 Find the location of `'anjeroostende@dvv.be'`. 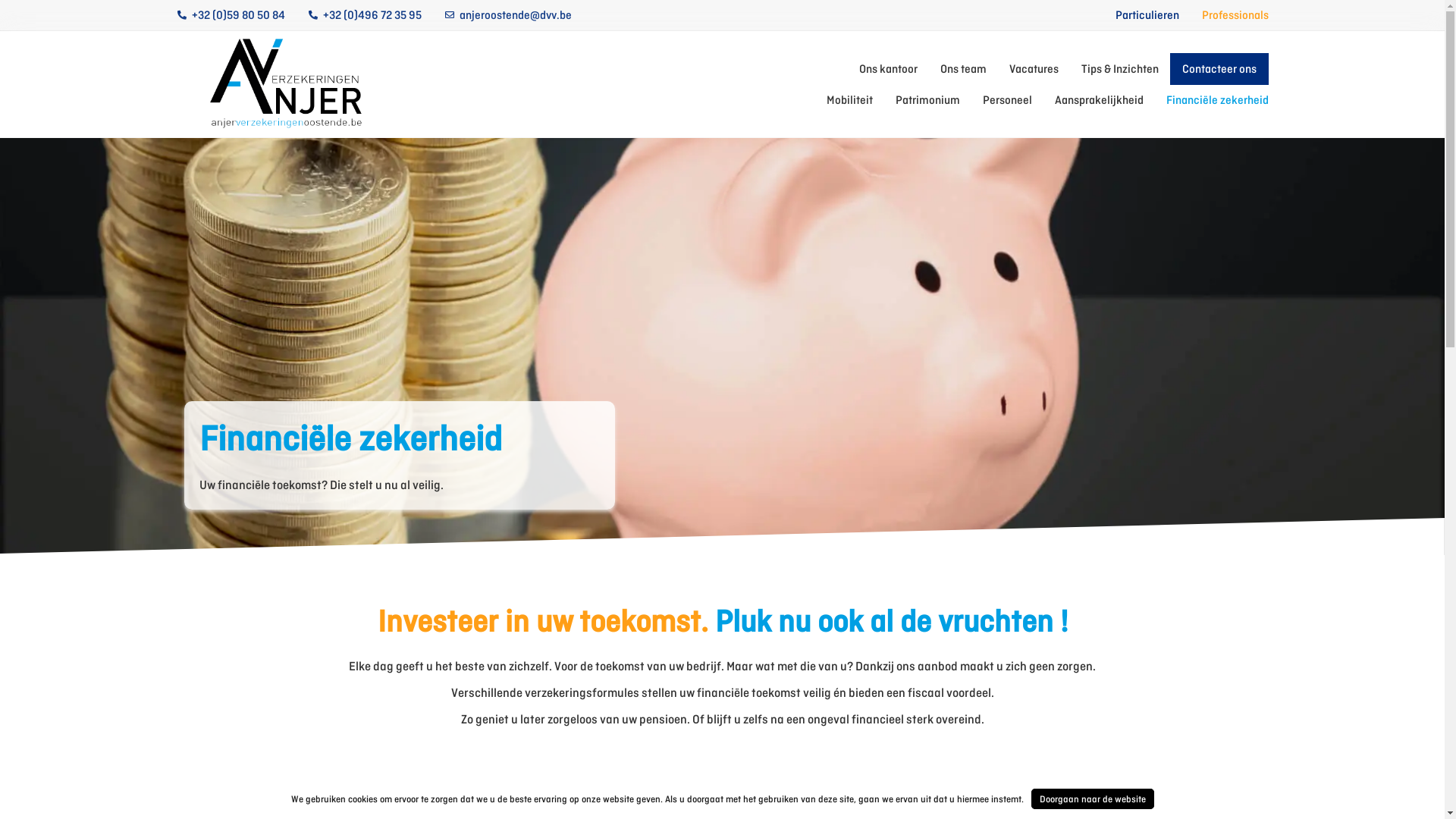

'anjeroostende@dvv.be' is located at coordinates (508, 14).